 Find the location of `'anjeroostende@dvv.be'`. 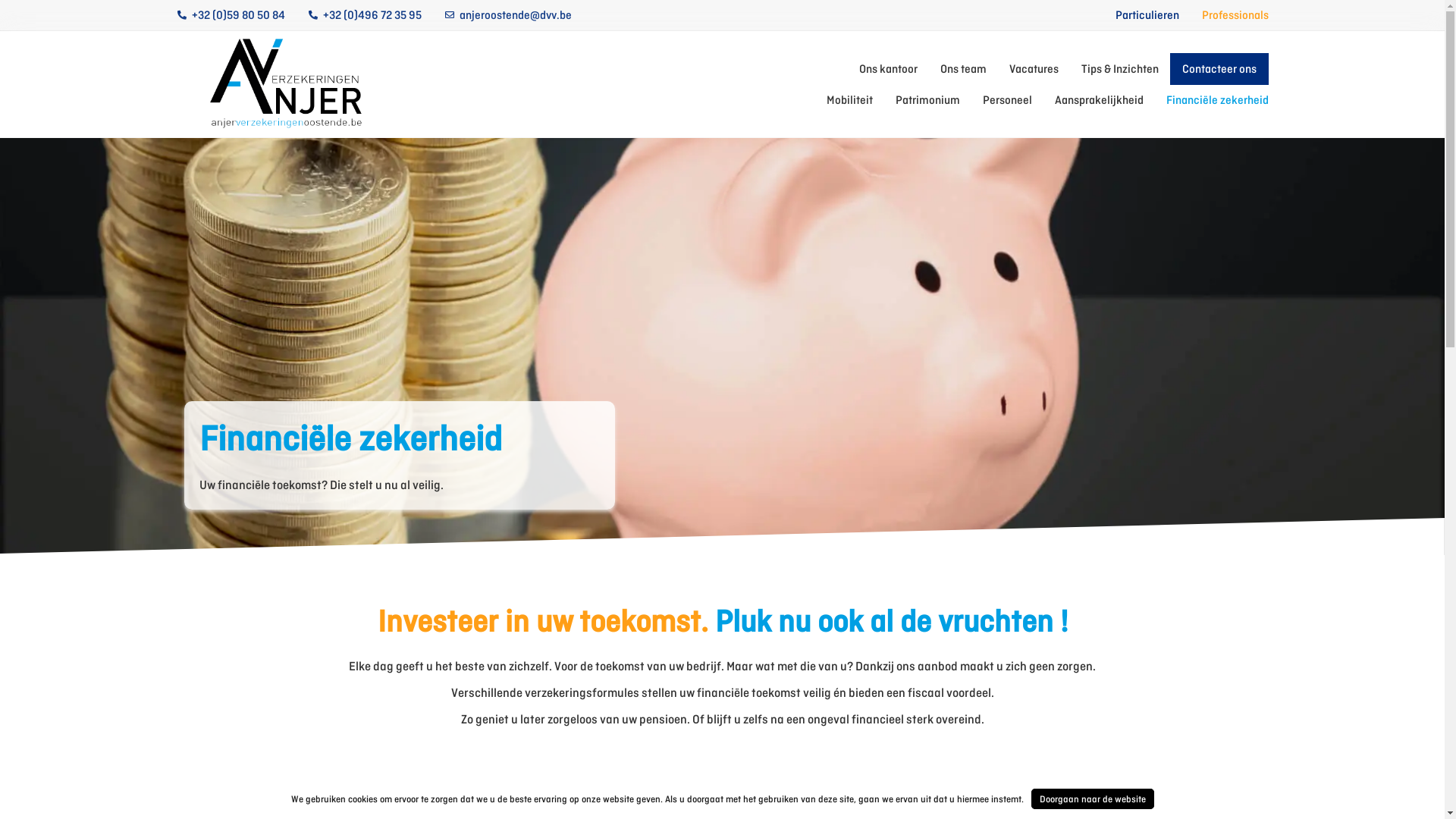

'anjeroostende@dvv.be' is located at coordinates (508, 14).